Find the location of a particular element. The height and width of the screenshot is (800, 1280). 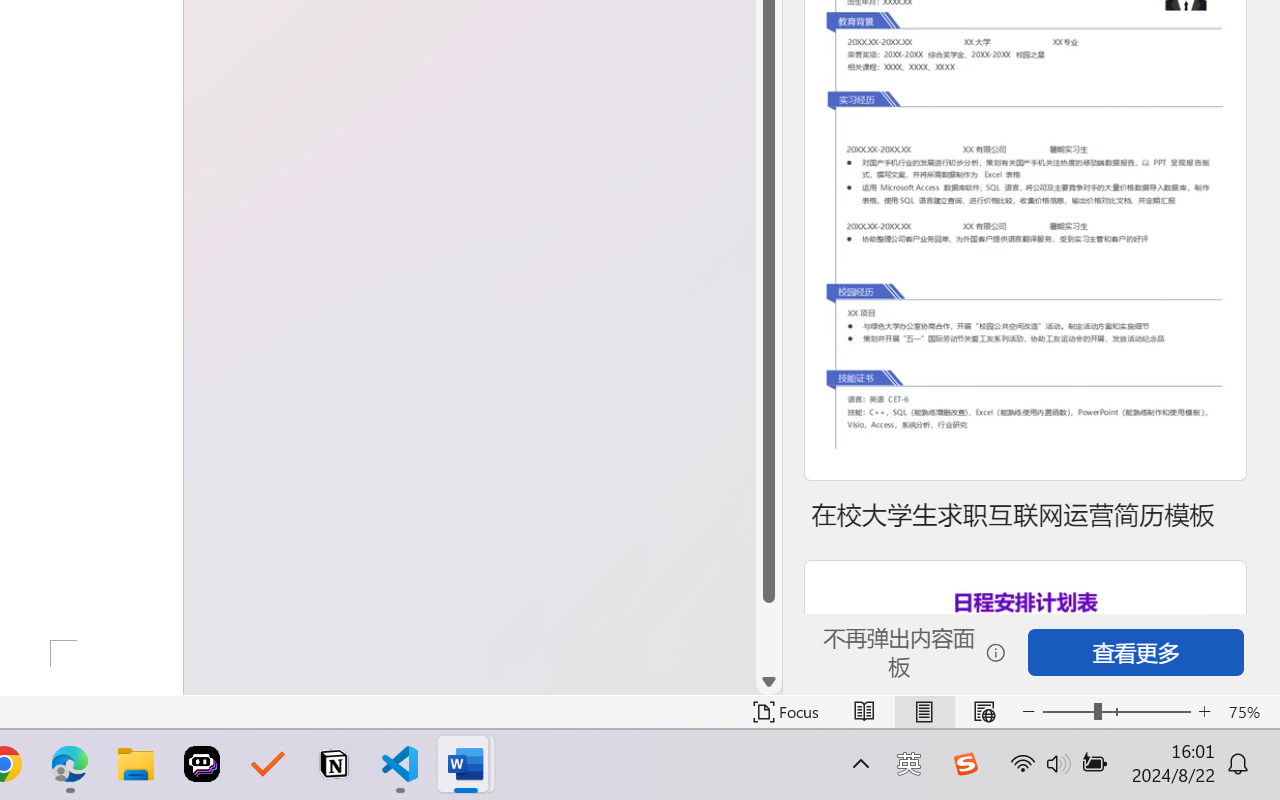

'Zoom Out' is located at coordinates (1067, 711).